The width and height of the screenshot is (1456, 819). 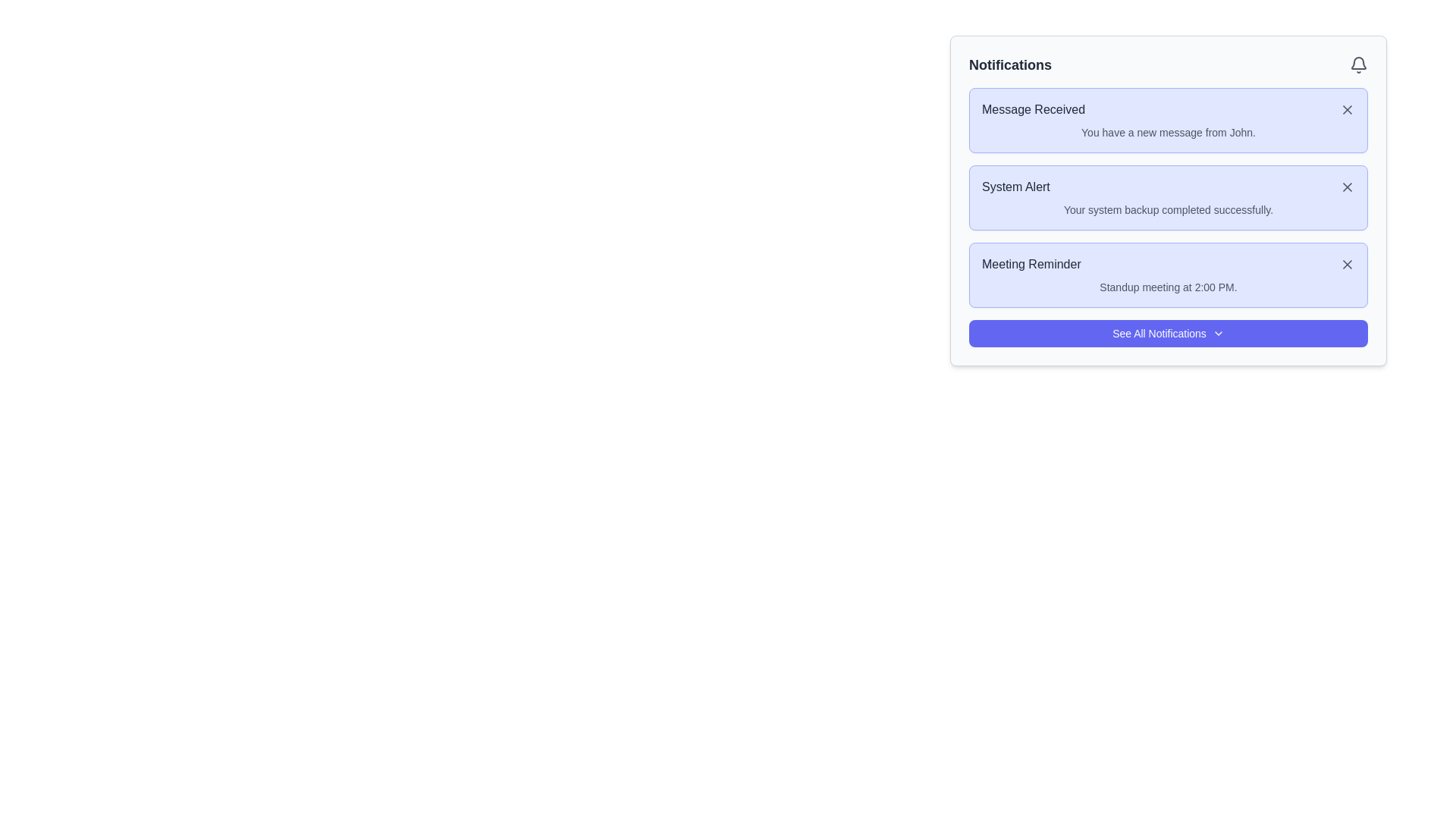 What do you see at coordinates (1347, 263) in the screenshot?
I see `the close button icon located at the far-right side of the 'Meeting Reminder' notification box` at bounding box center [1347, 263].